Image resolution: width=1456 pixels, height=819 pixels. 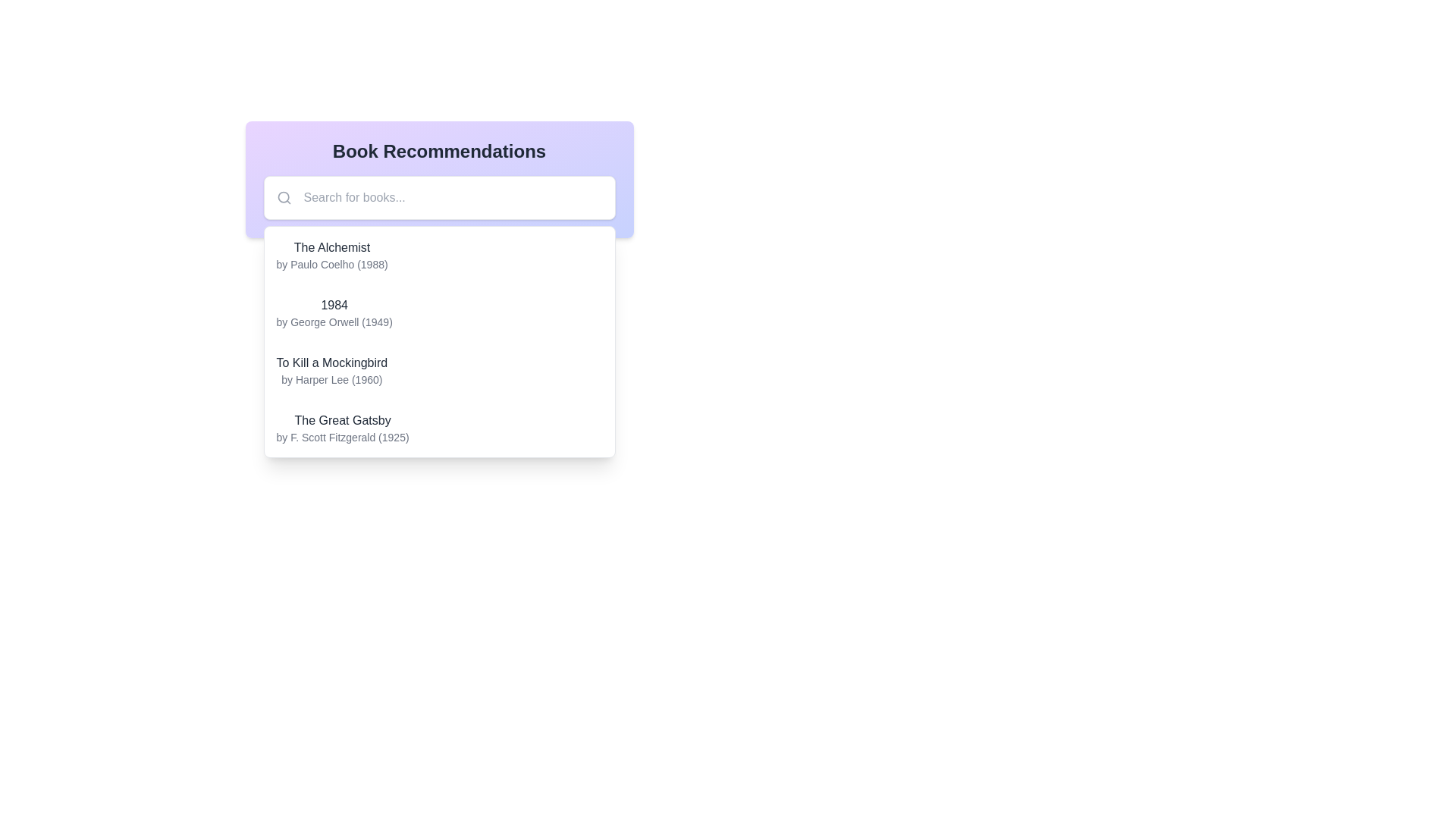 What do you see at coordinates (331, 379) in the screenshot?
I see `the static text label displaying 'by Harper Lee (1960)', which is located below the title 'To Kill a Mockingbird'` at bounding box center [331, 379].